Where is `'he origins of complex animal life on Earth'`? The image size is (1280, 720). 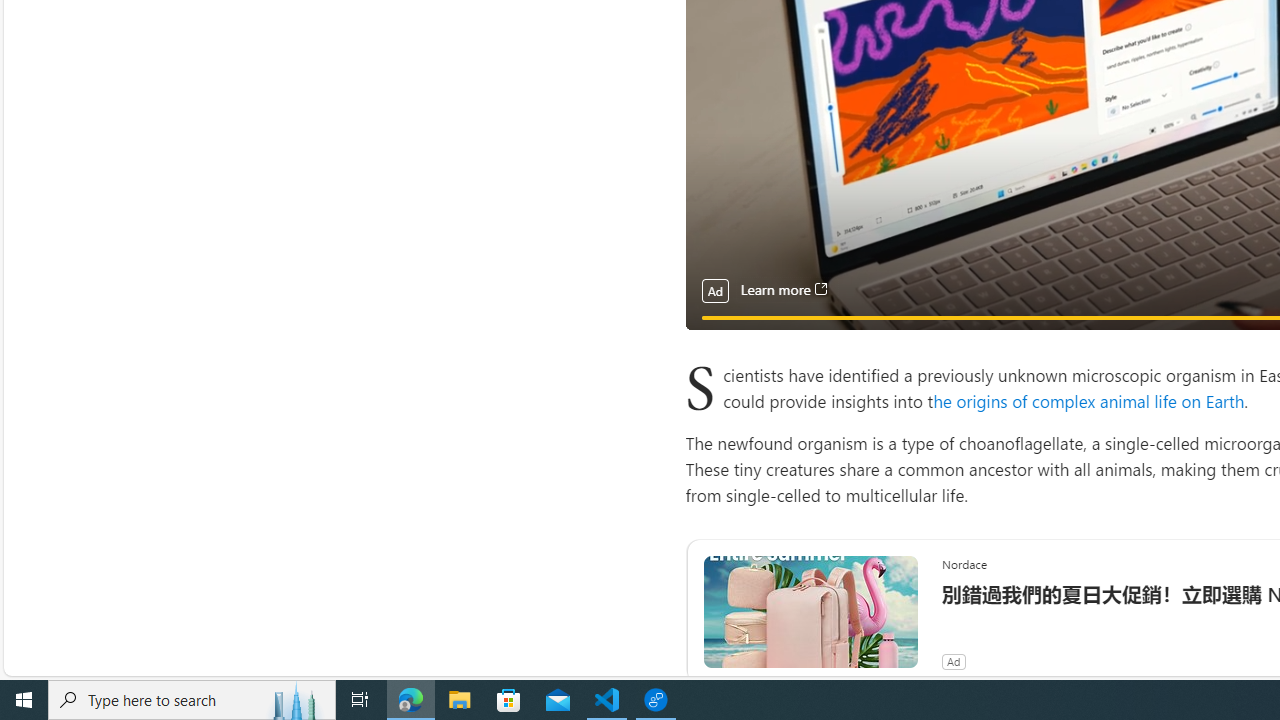 'he origins of complex animal life on Earth' is located at coordinates (1088, 400).